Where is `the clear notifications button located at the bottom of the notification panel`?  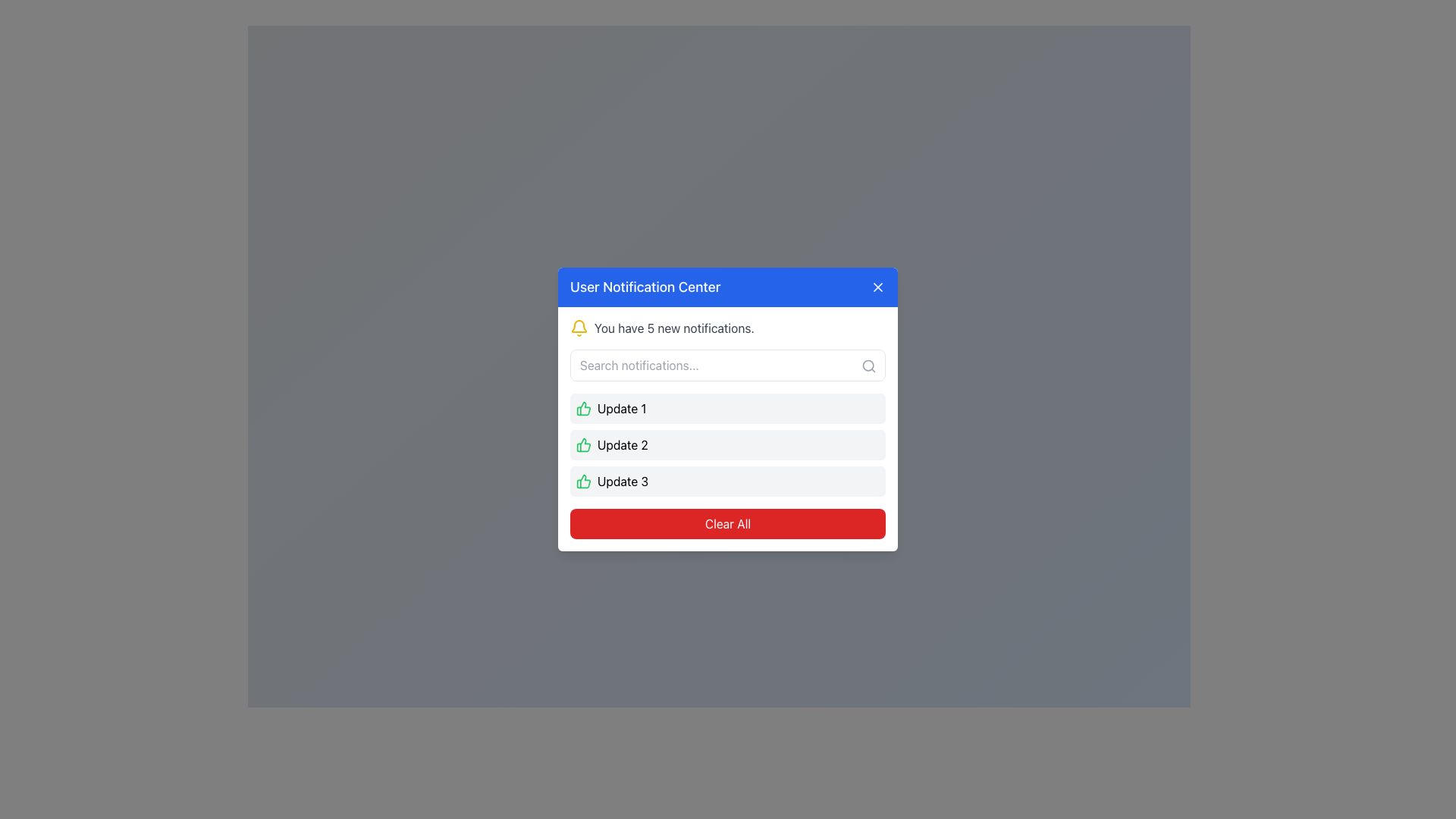
the clear notifications button located at the bottom of the notification panel is located at coordinates (728, 522).